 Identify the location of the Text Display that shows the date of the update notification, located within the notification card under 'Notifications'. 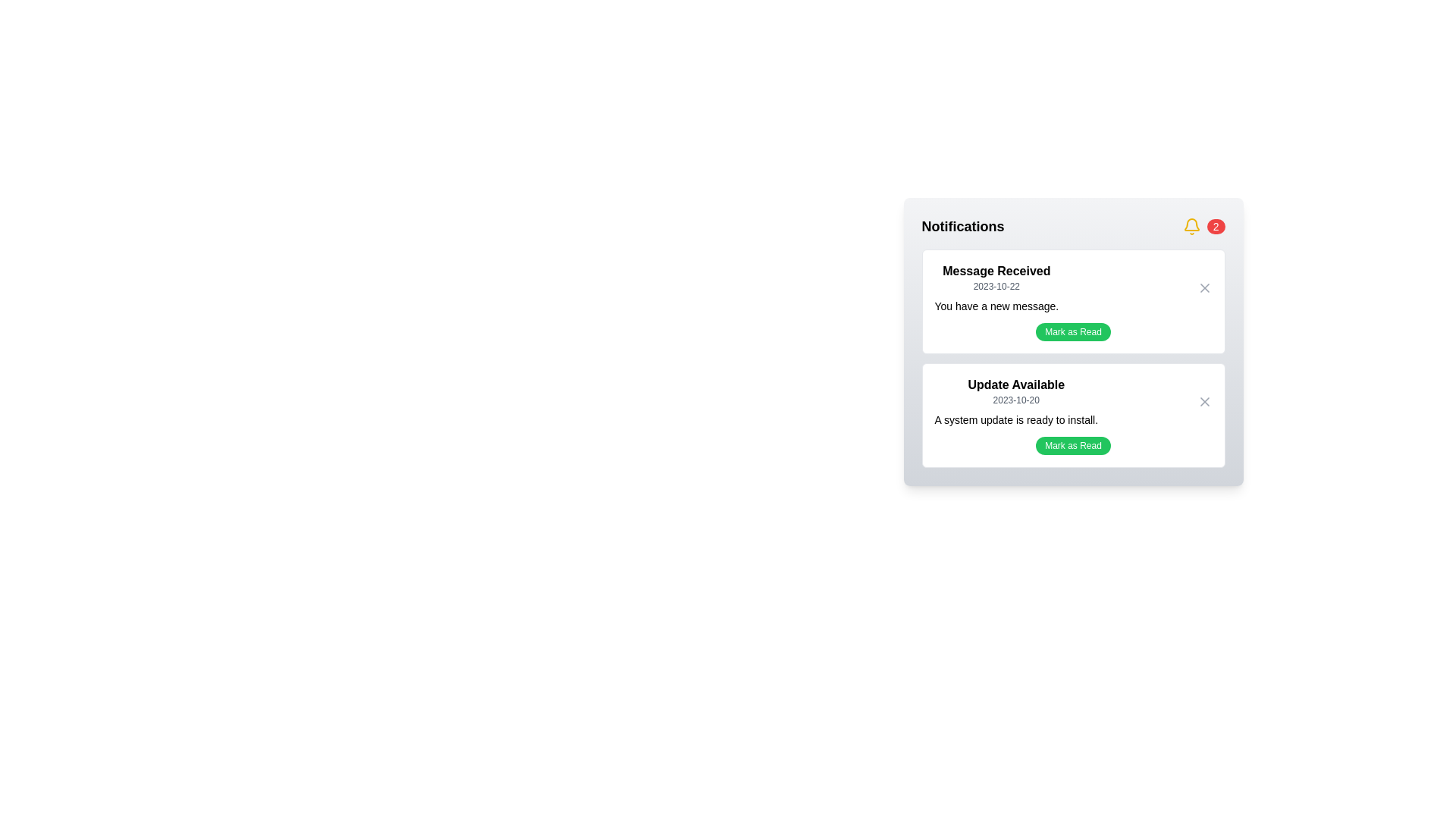
(1016, 400).